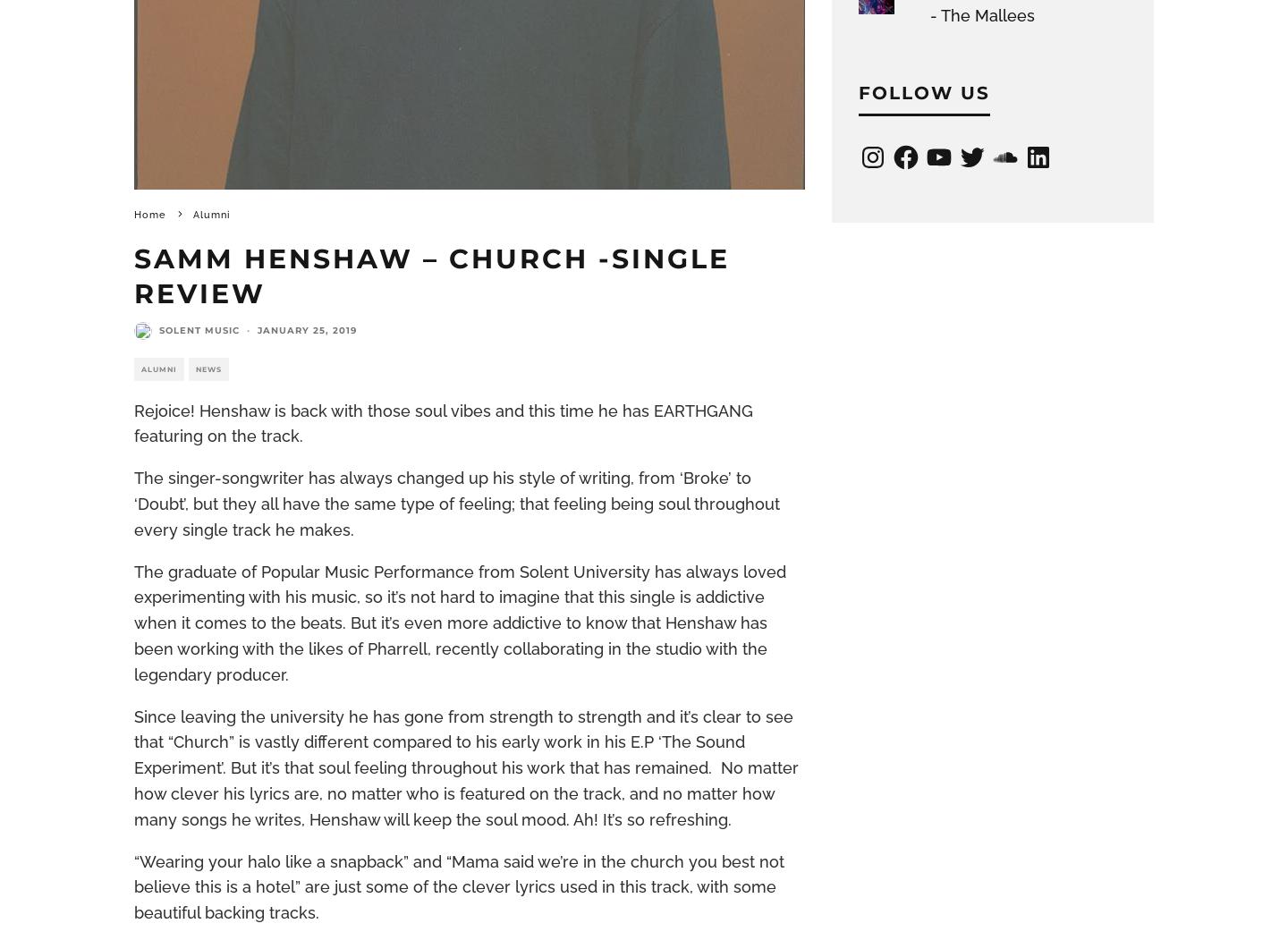  What do you see at coordinates (133, 621) in the screenshot?
I see `'The graduate of Popular Music Performance from Solent
University has always loved experimenting with his music, so it’s not hard to
imagine that this single is addictive when it comes to the beats. But it’s even
more addictive to know that Henshaw has been working with the likes of Pharrell,
recently collaborating in the studio with the legendary producer.'` at bounding box center [133, 621].